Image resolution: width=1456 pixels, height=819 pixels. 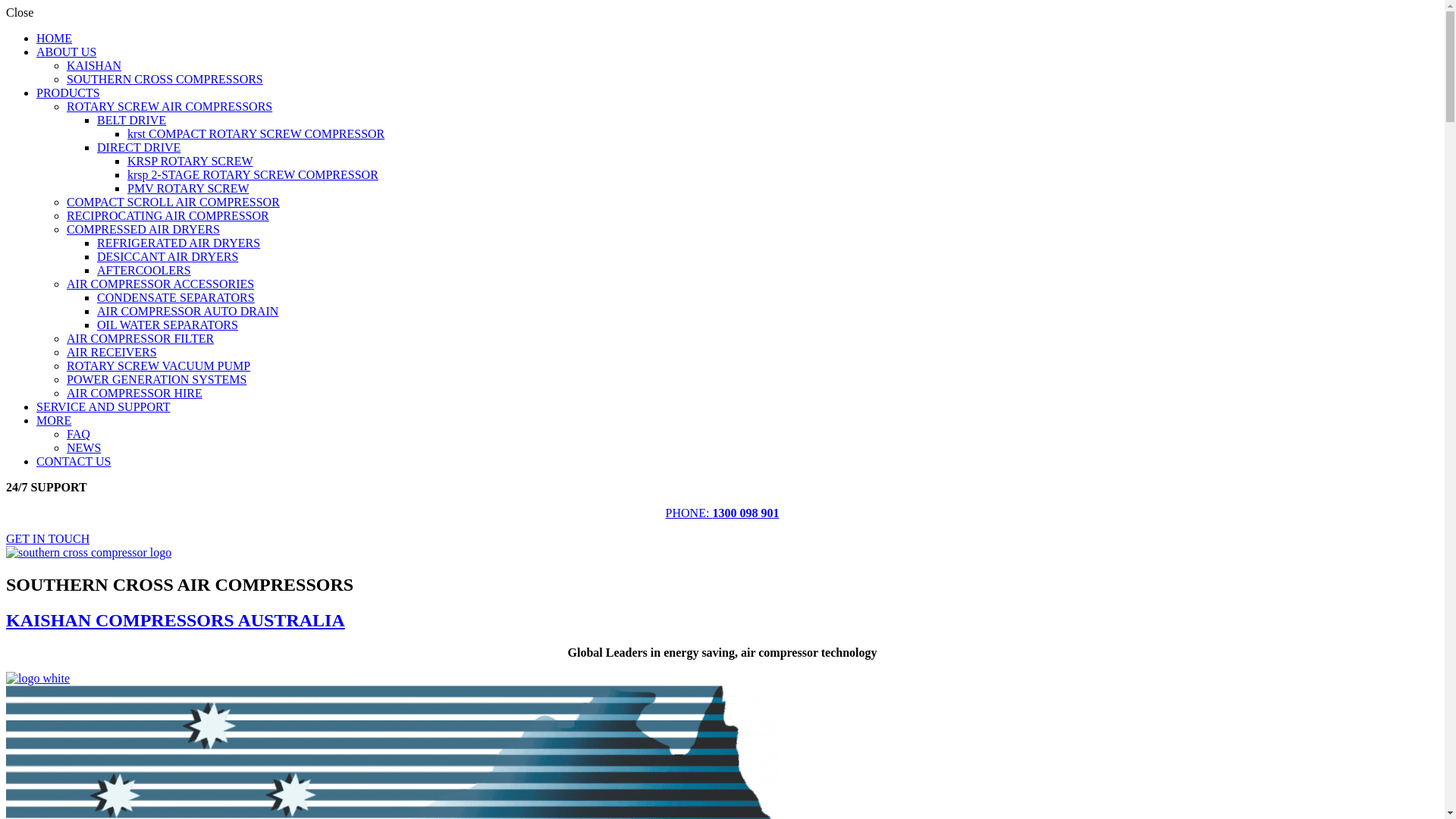 I want to click on 'CONDENSATE SEPARATORS', so click(x=175, y=297).